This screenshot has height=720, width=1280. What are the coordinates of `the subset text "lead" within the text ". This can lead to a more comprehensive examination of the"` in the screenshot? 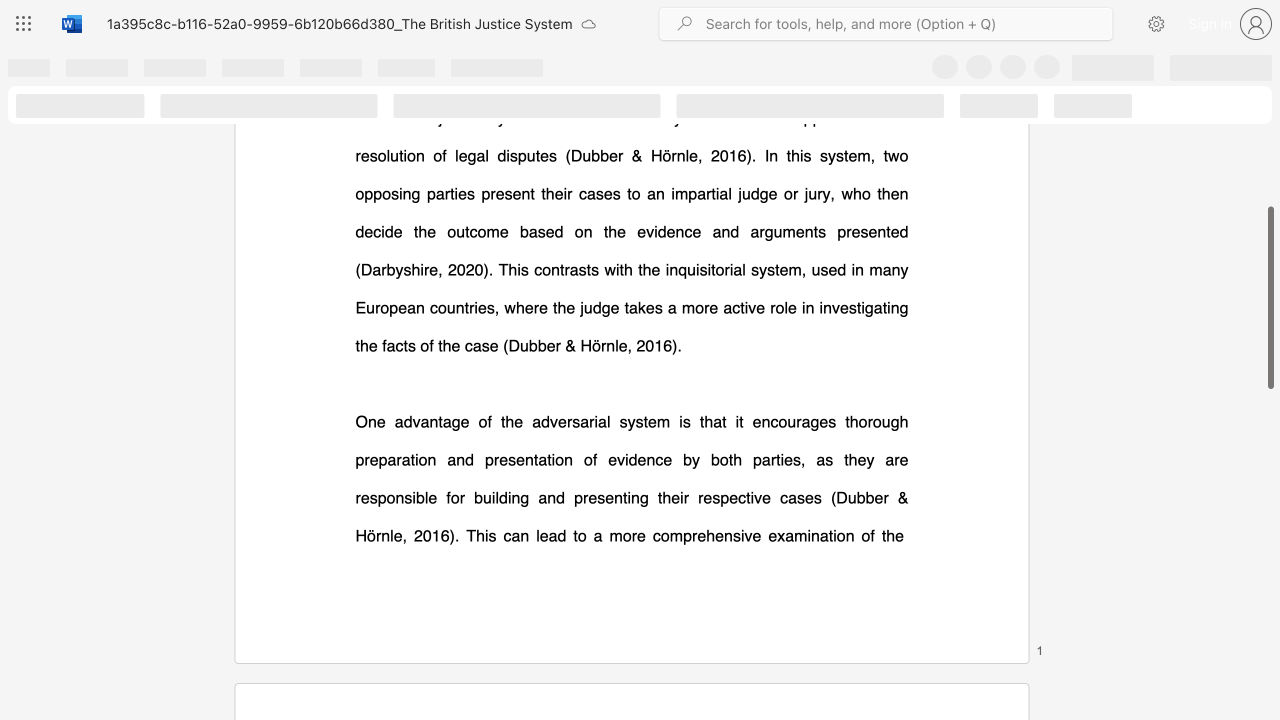 It's located at (536, 534).